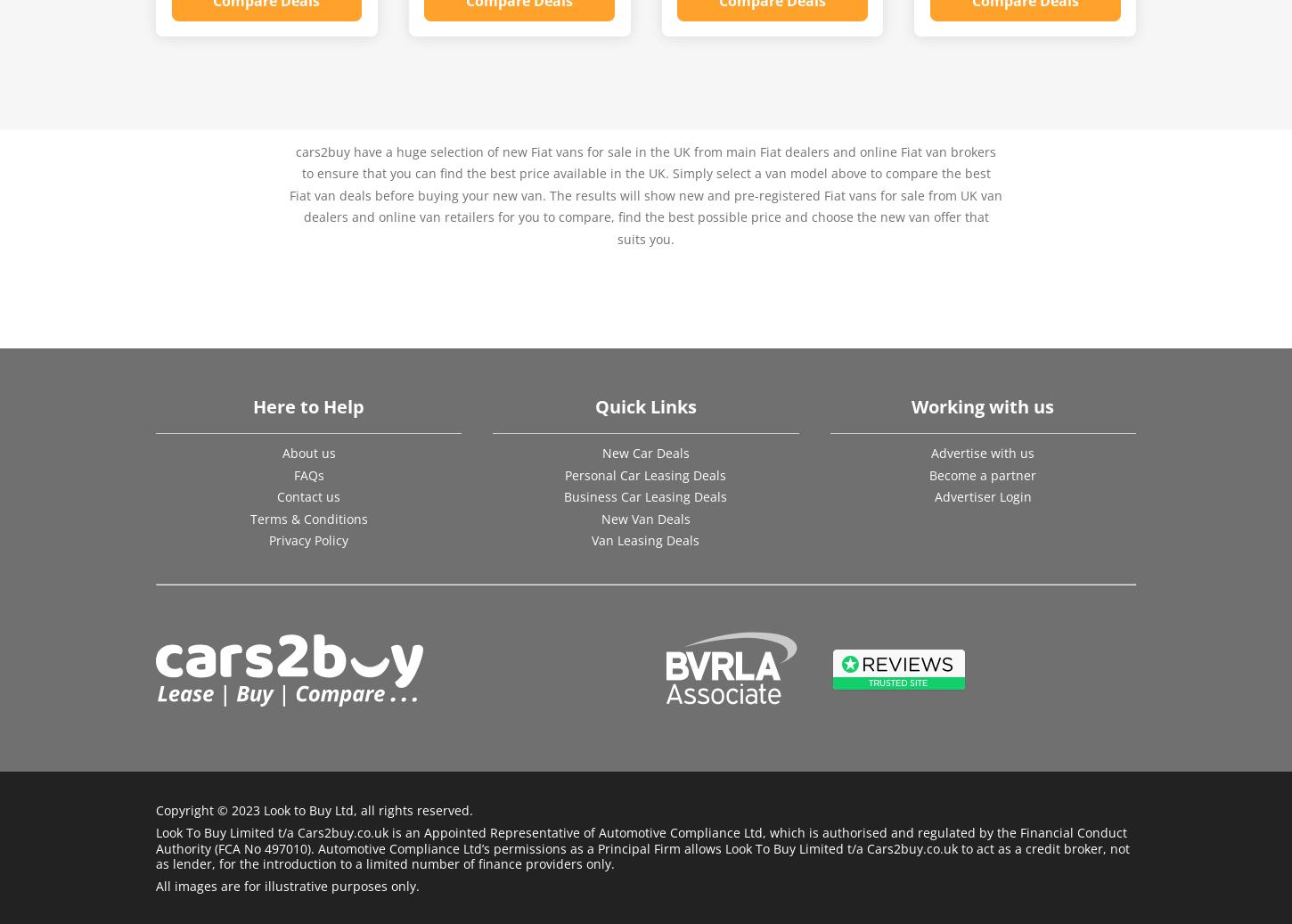 The width and height of the screenshot is (1292, 924). What do you see at coordinates (307, 474) in the screenshot?
I see `'FAQs'` at bounding box center [307, 474].